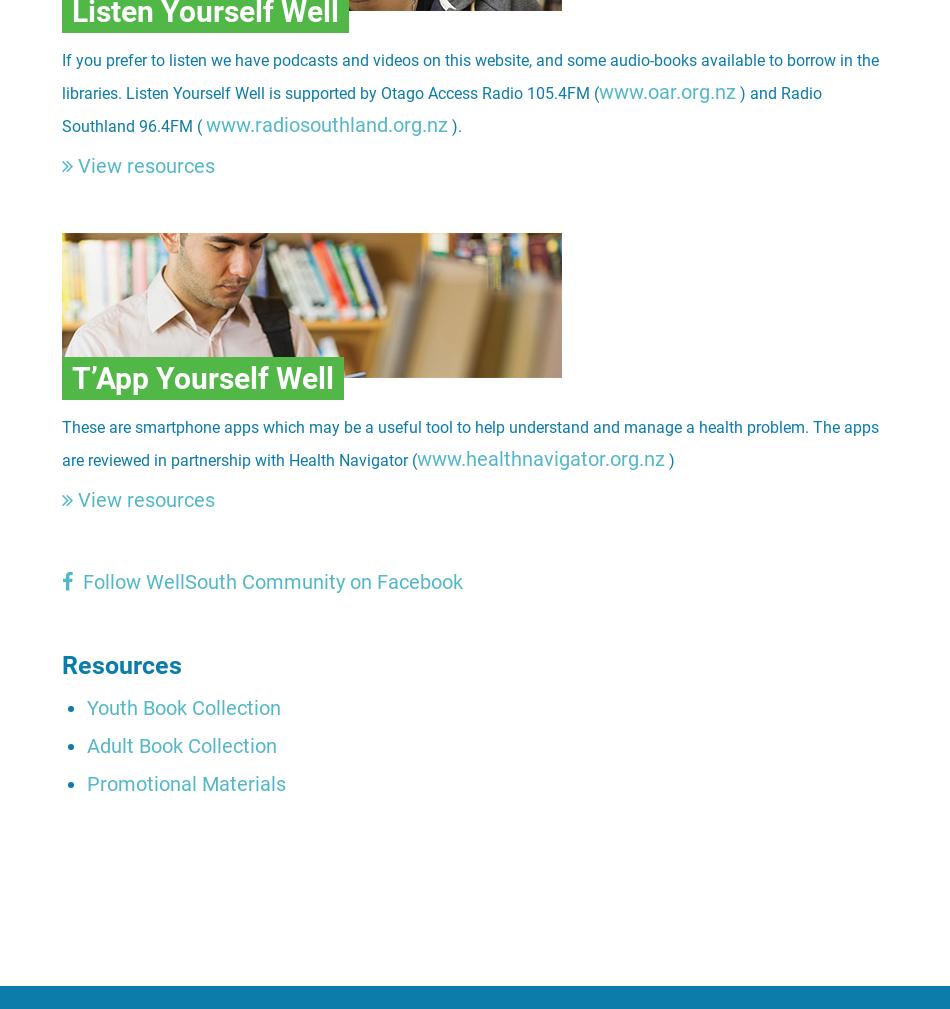 This screenshot has height=1009, width=950. I want to click on 'If you prefer to listen we have podcasts and videos on this website, and some audio-books available to borrow in the libraries. Listen Yourself Well is supported by Otago Access Radio 105.4FM (', so click(60, 75).